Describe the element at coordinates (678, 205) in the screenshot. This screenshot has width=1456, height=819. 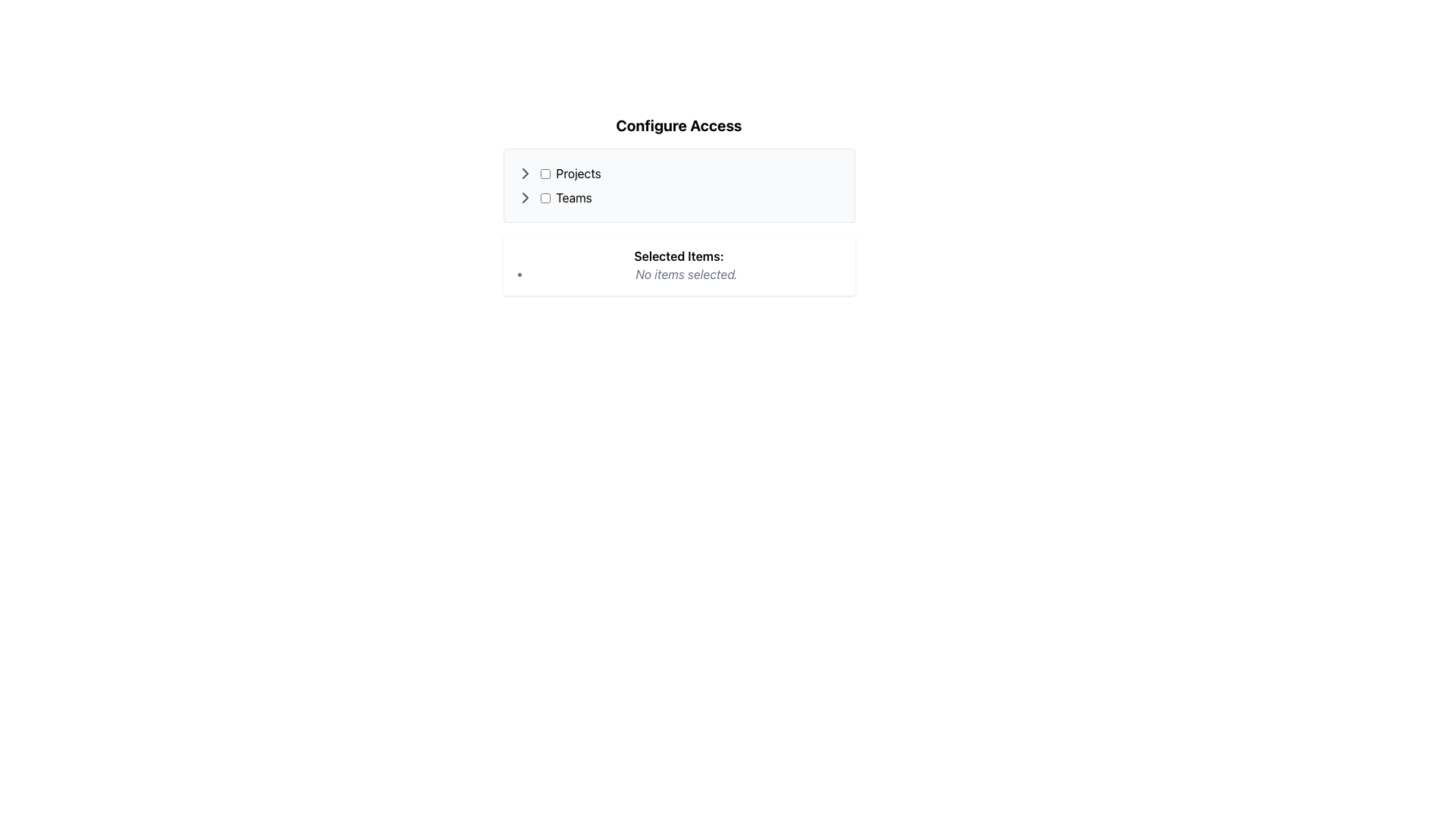
I see `the interactive panel titled 'Configure Access' to highlight or activate its nested elements such as buttons and checkboxes` at that location.